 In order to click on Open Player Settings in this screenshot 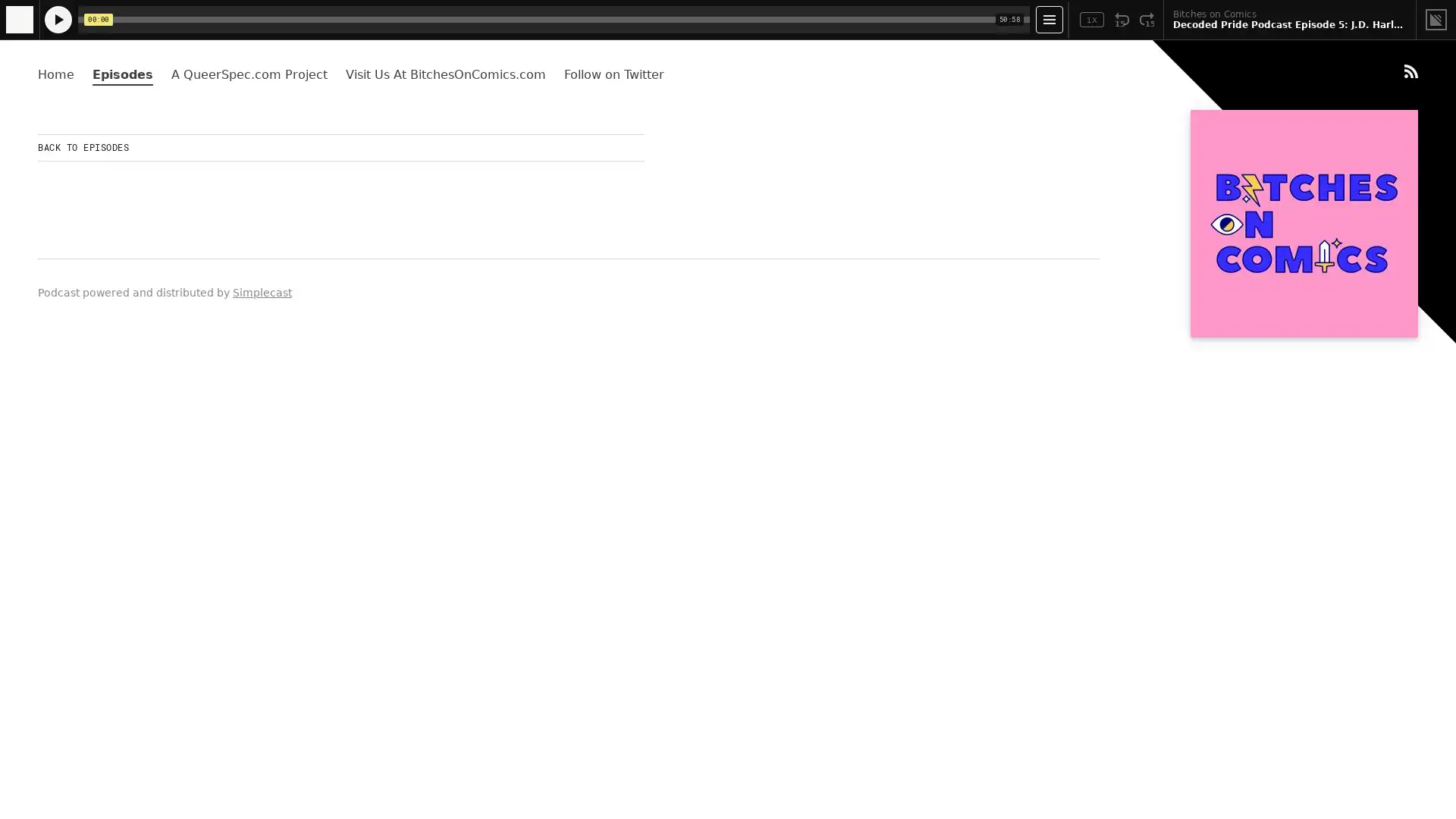, I will do `click(1048, 20)`.